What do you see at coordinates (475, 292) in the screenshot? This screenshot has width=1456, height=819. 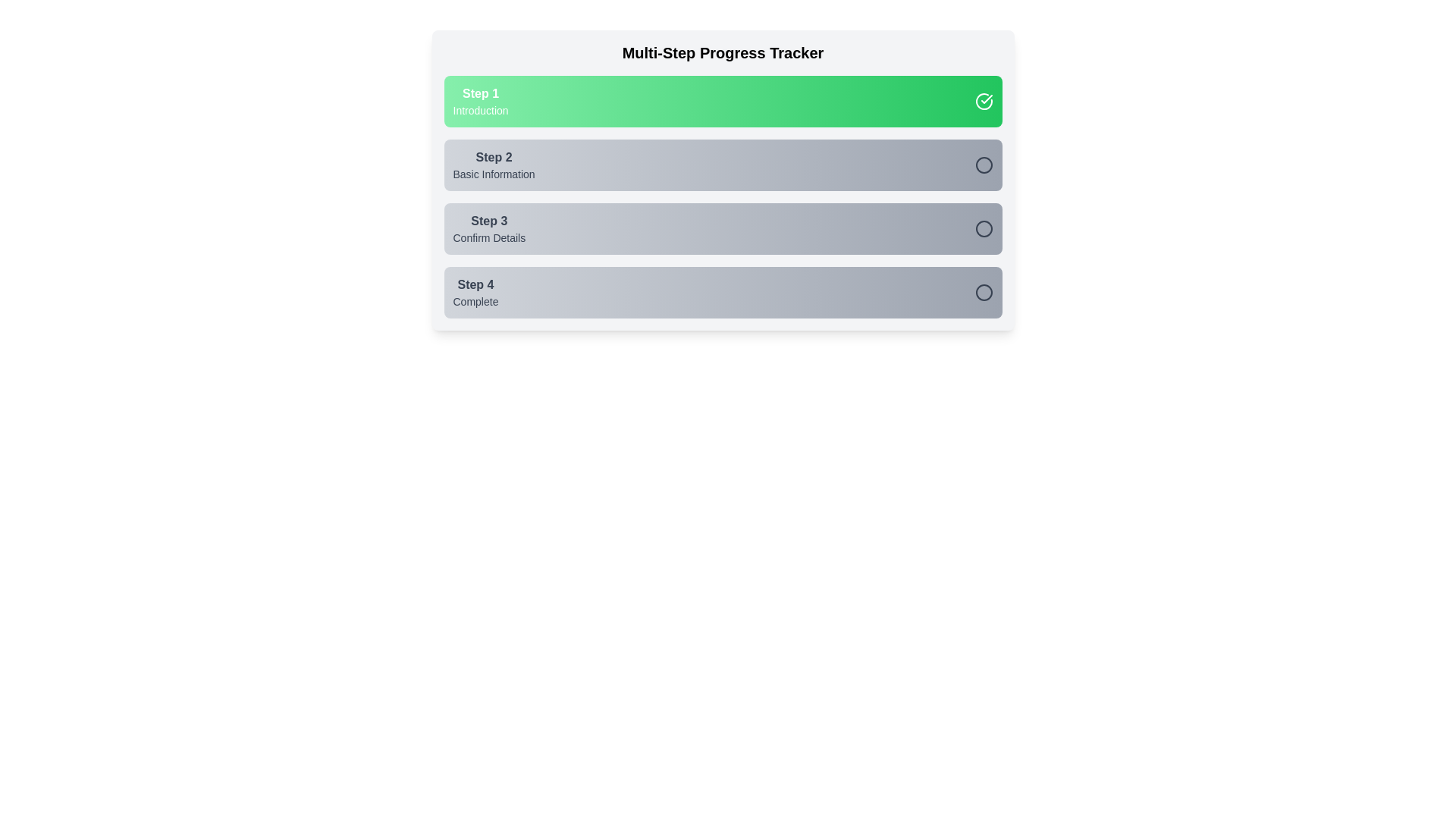 I see `the label indicating that the fourth step is marked as complete in the multi-step process tracker` at bounding box center [475, 292].